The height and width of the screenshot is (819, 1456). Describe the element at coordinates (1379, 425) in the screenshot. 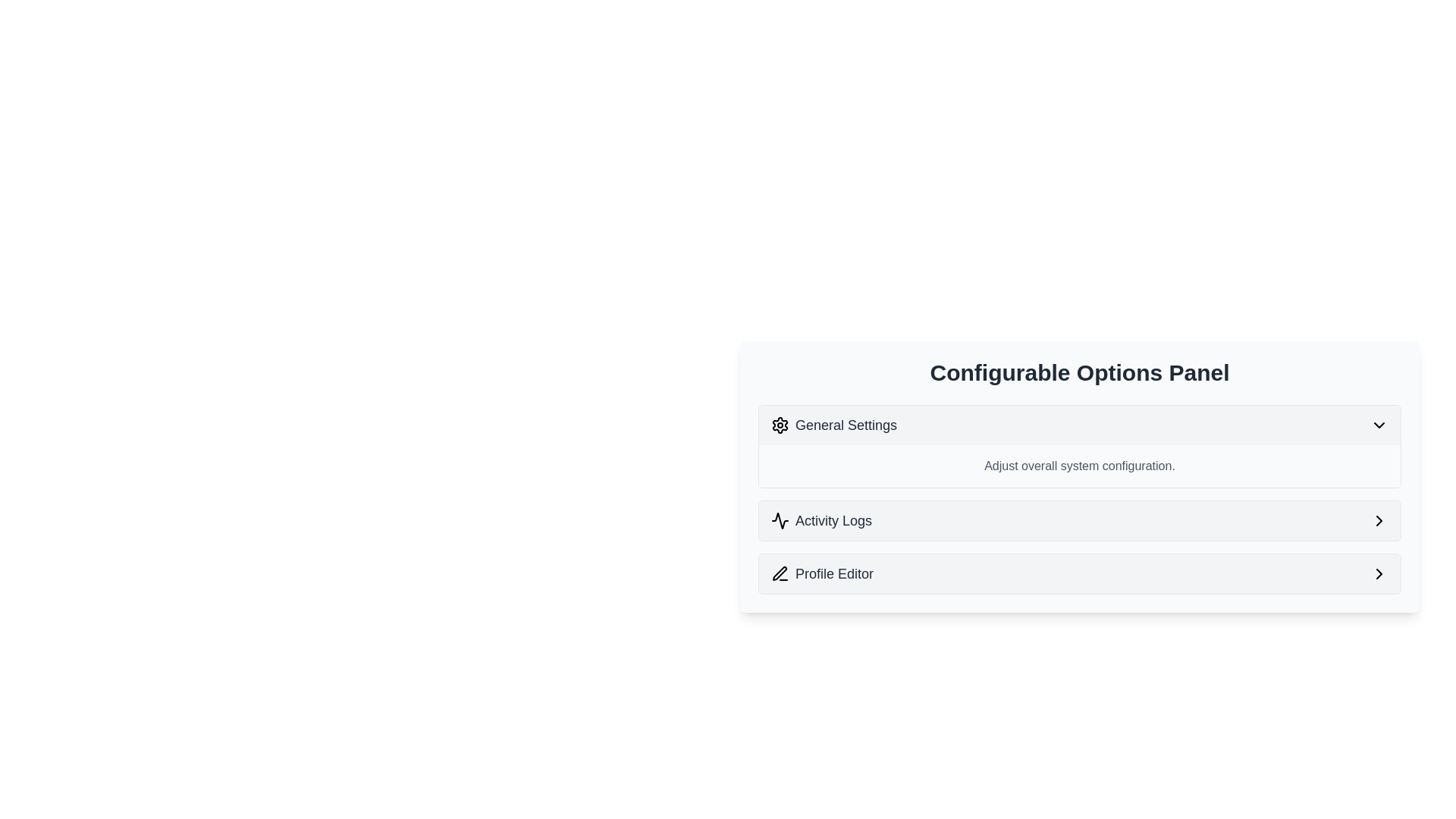

I see `the downward-pointing chevron icon located at the far-right of the 'General Settings' button` at that location.